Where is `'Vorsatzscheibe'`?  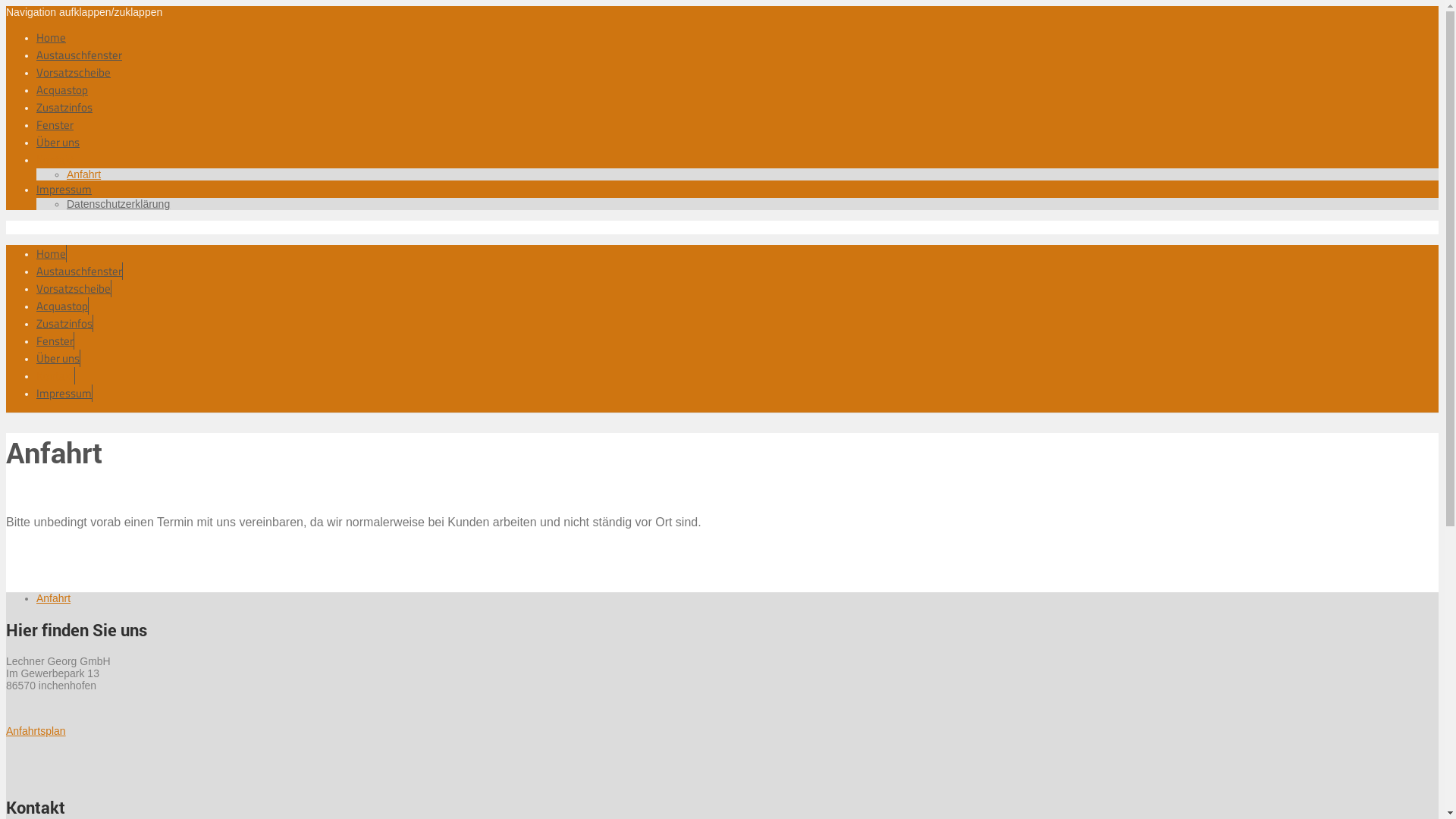
'Vorsatzscheibe' is located at coordinates (73, 288).